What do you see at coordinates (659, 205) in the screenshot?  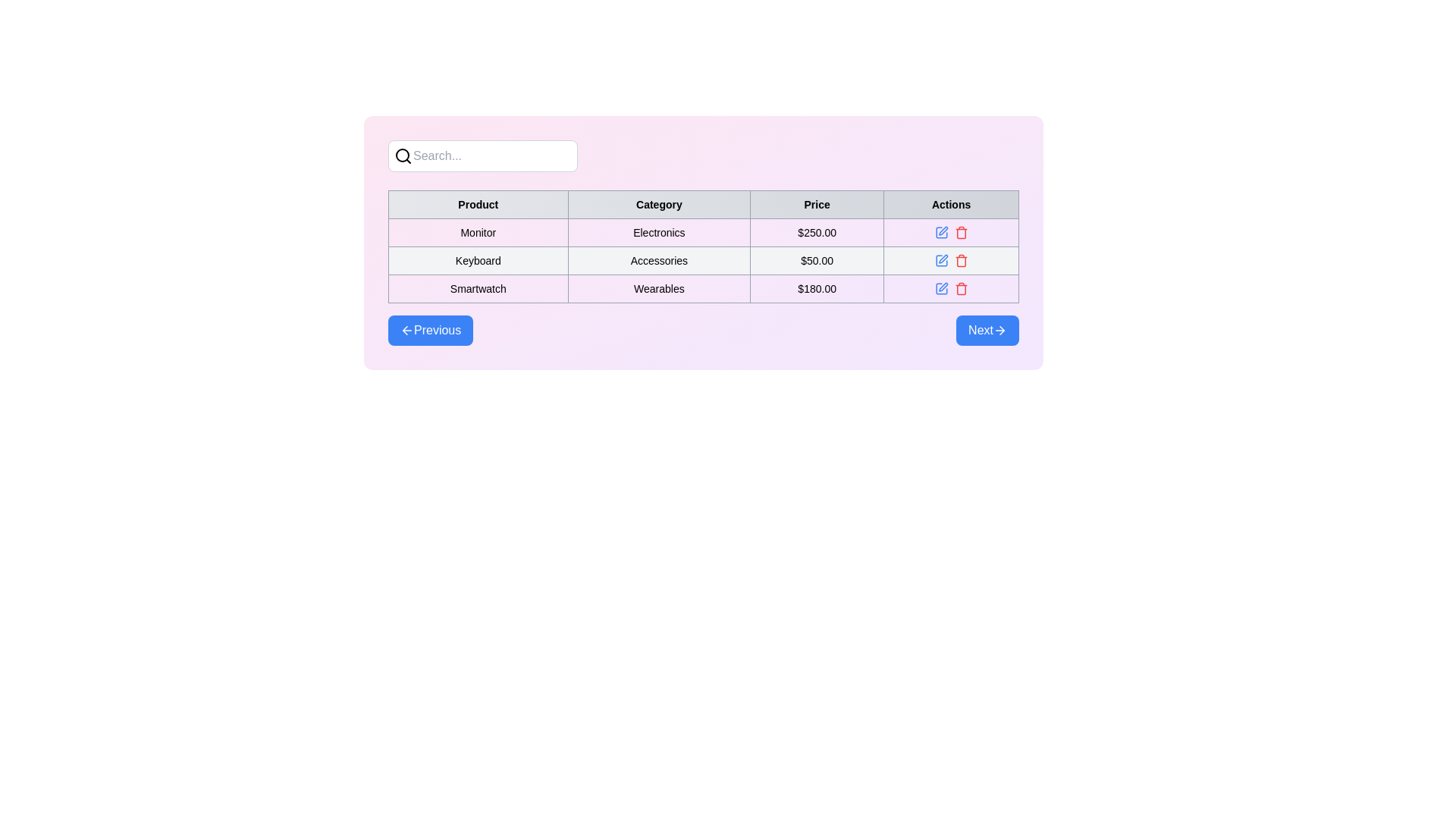 I see `the table header cell labeled 'Category', which has a grey background and is bordered by dark lines, positioned between the 'Product' and 'Price' headers` at bounding box center [659, 205].